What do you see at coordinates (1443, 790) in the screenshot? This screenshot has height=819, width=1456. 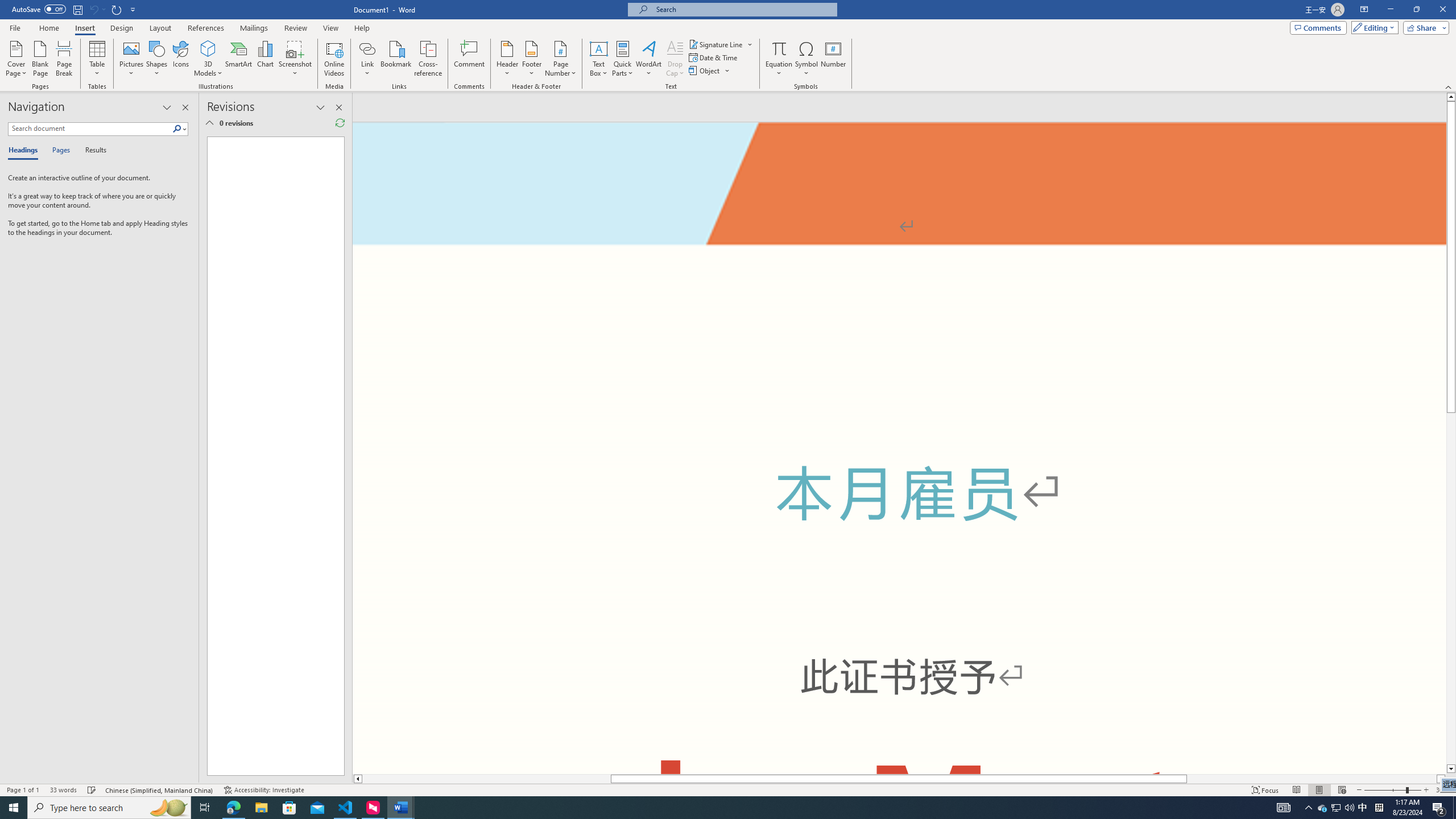 I see `'Zoom 308%'` at bounding box center [1443, 790].